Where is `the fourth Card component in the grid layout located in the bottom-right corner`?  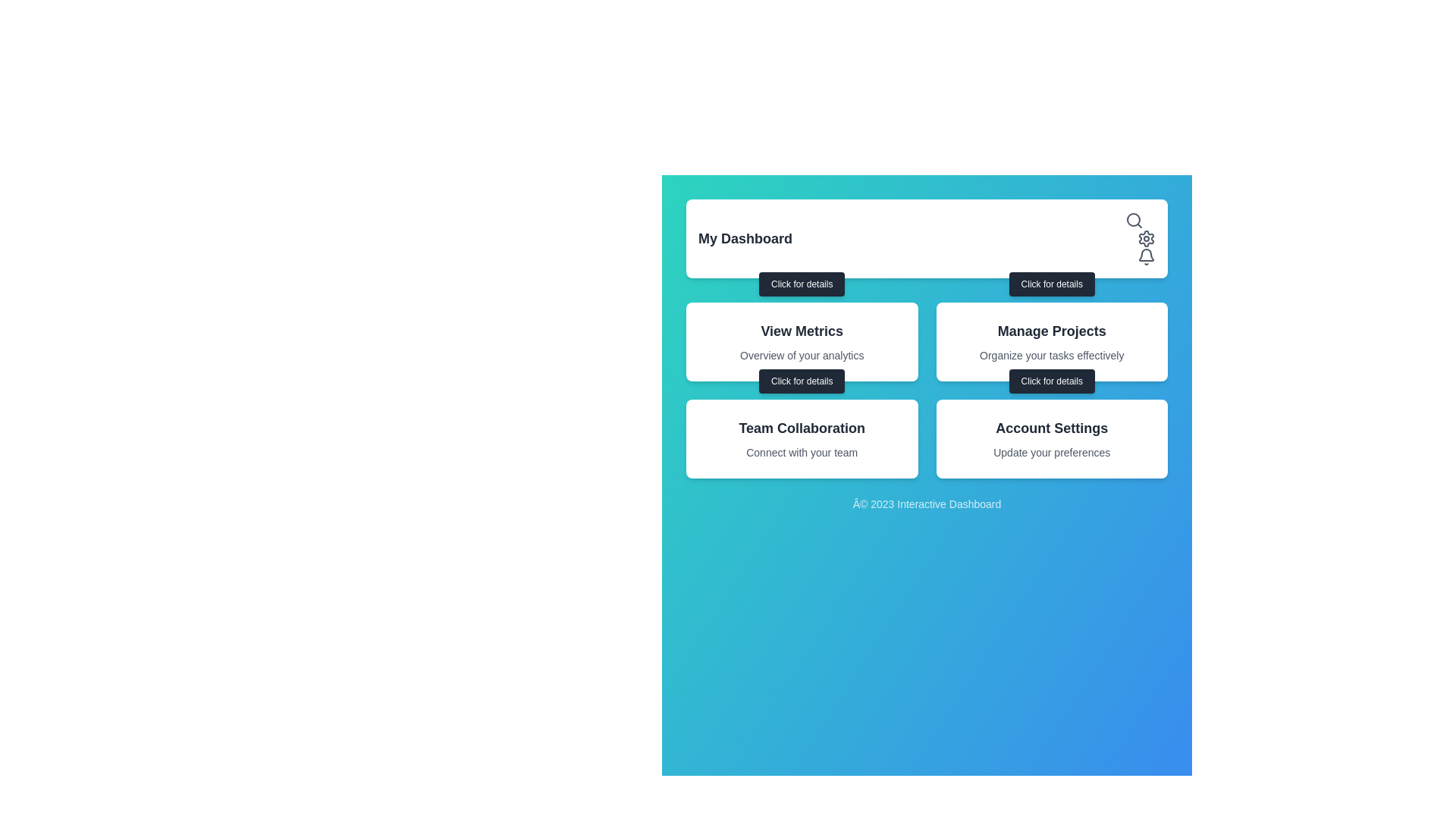
the fourth Card component in the grid layout located in the bottom-right corner is located at coordinates (1051, 438).